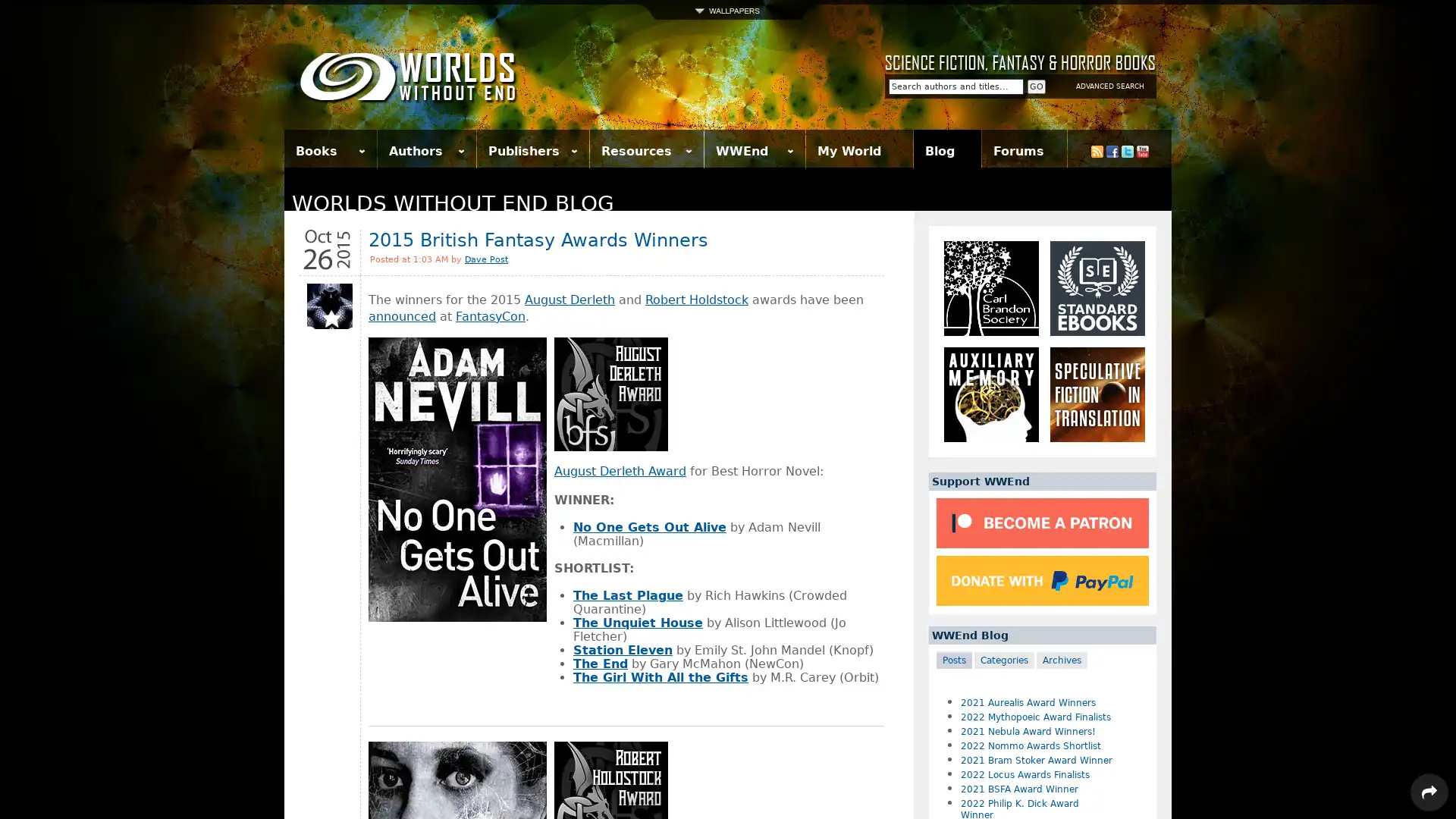 This screenshot has width=1456, height=819. Describe the element at coordinates (1041, 579) in the screenshot. I see `Donate with PayPal!` at that location.